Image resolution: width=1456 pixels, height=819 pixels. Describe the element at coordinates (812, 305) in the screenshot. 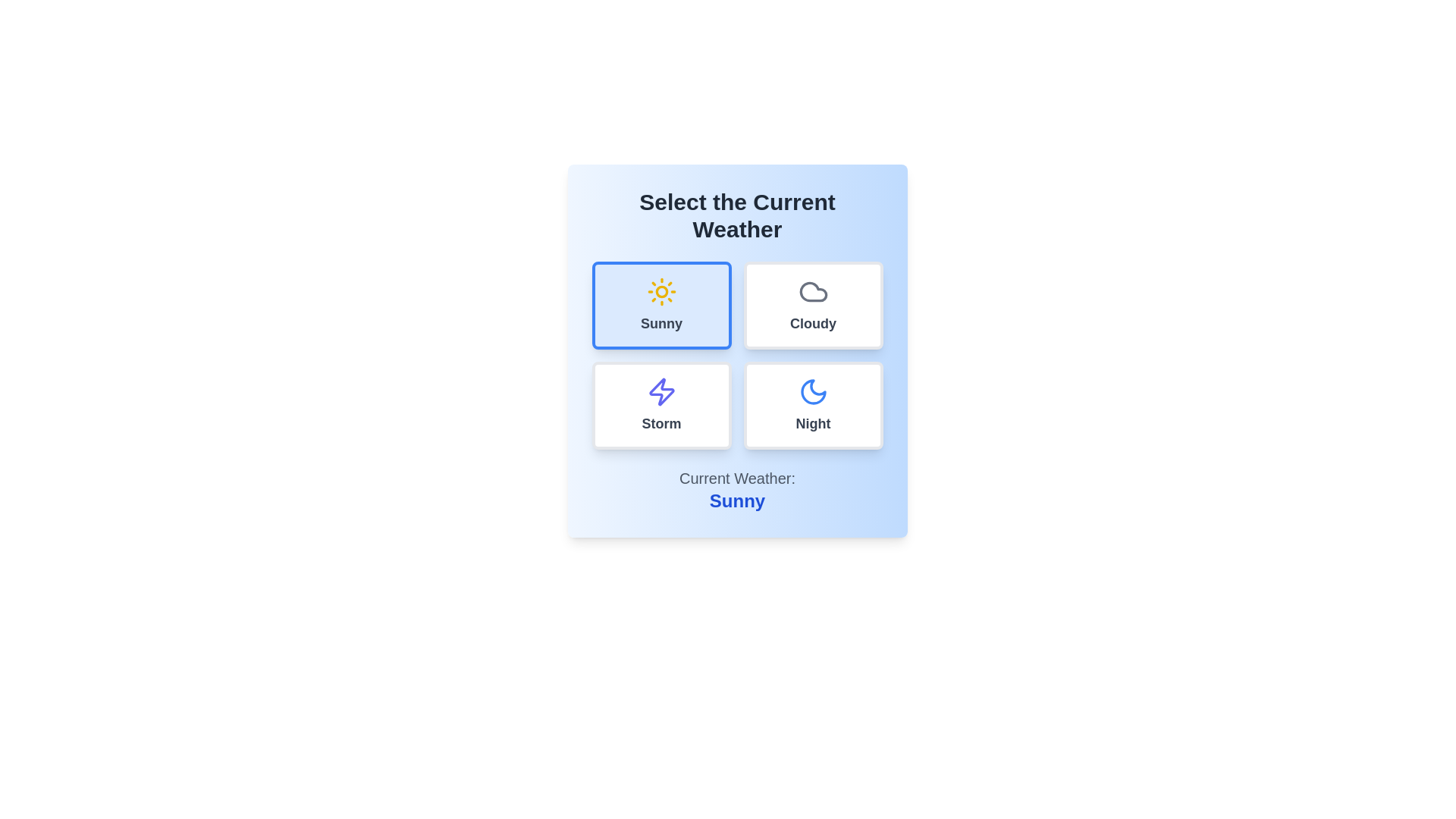

I see `the weather option Cloudy by clicking on the corresponding button` at that location.